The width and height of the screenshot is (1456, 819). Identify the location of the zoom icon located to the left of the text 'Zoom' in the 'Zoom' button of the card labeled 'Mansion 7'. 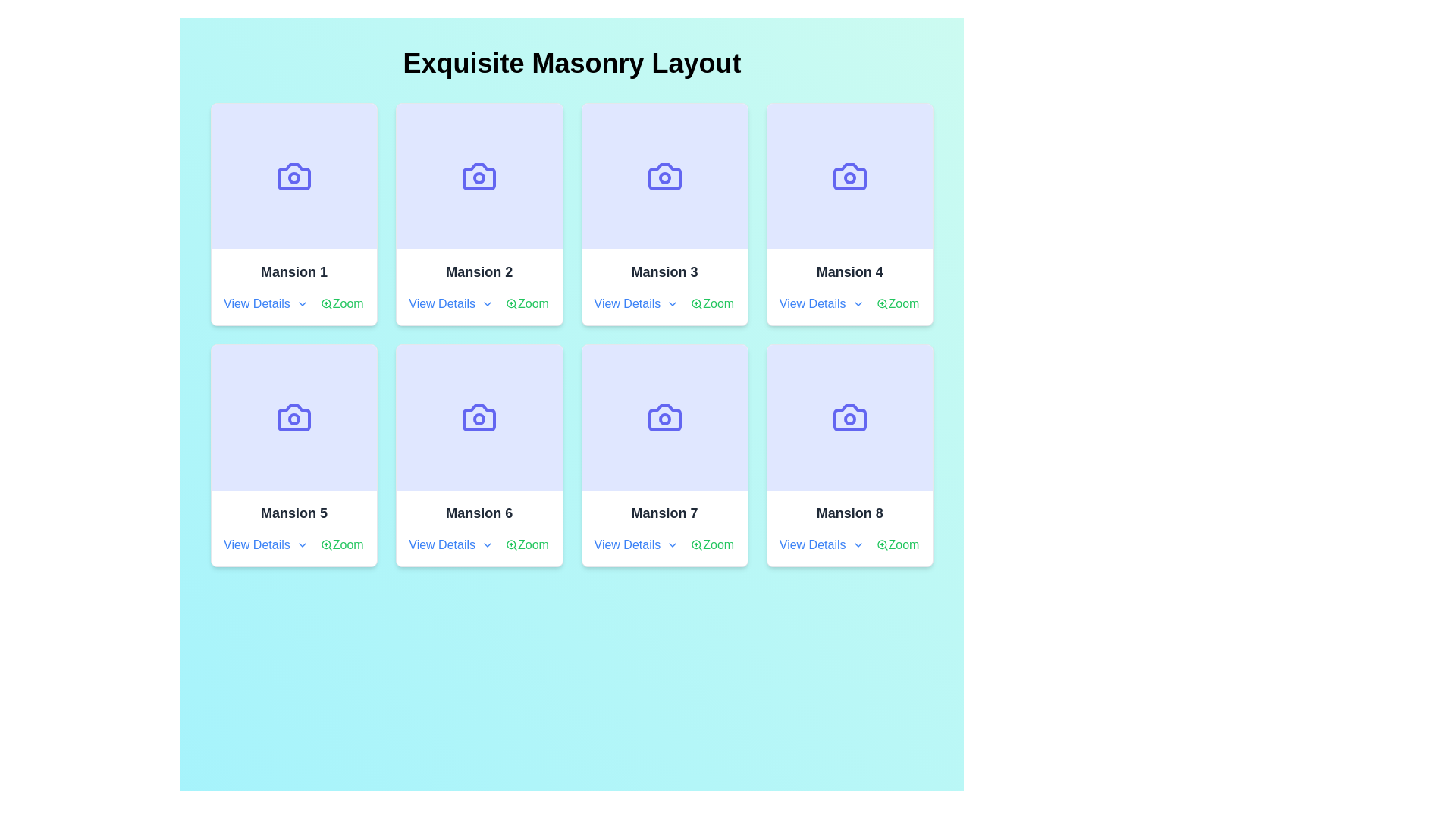
(696, 544).